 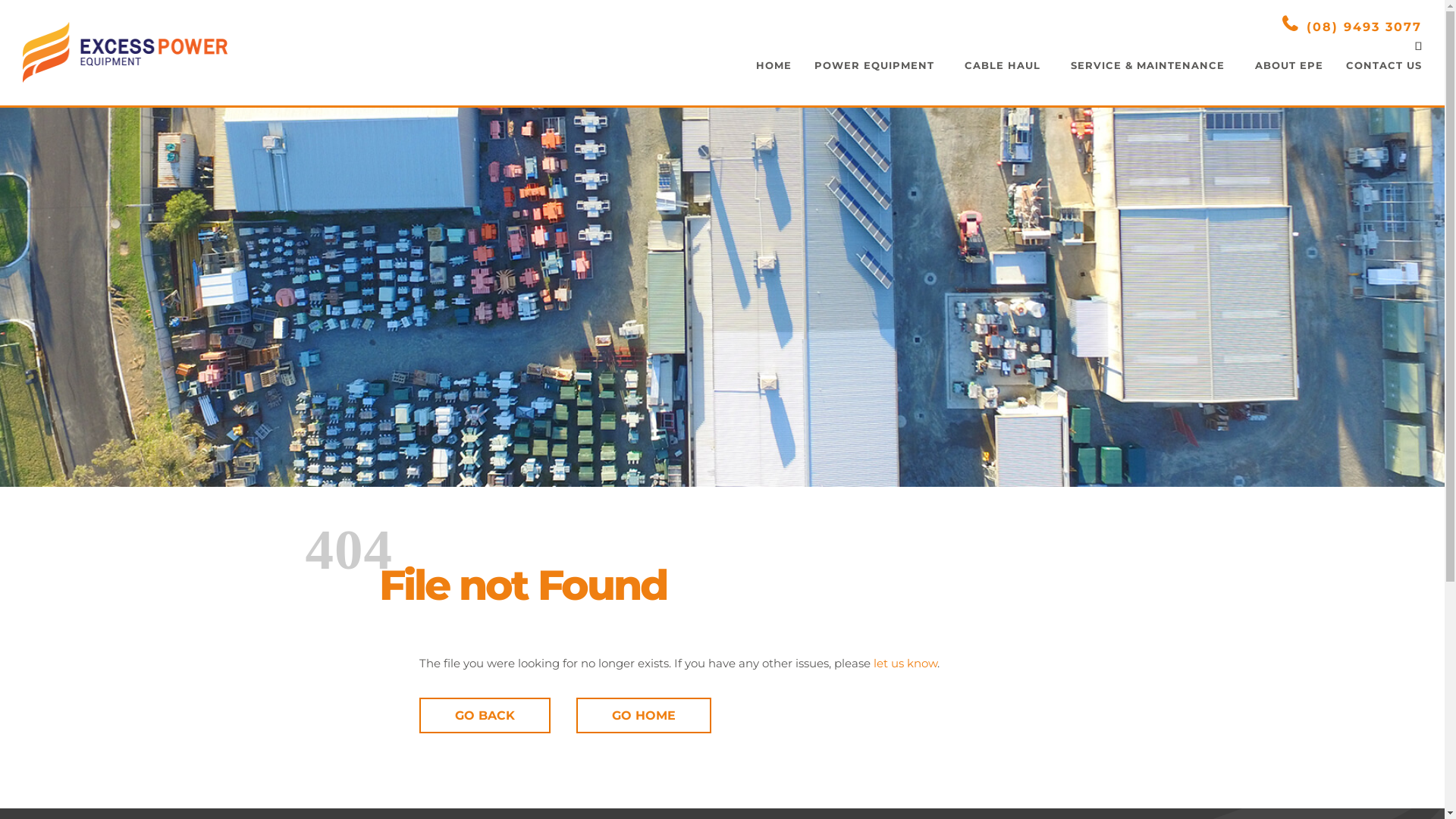 What do you see at coordinates (124, 52) in the screenshot?
I see `'Excess Power Equipment'` at bounding box center [124, 52].